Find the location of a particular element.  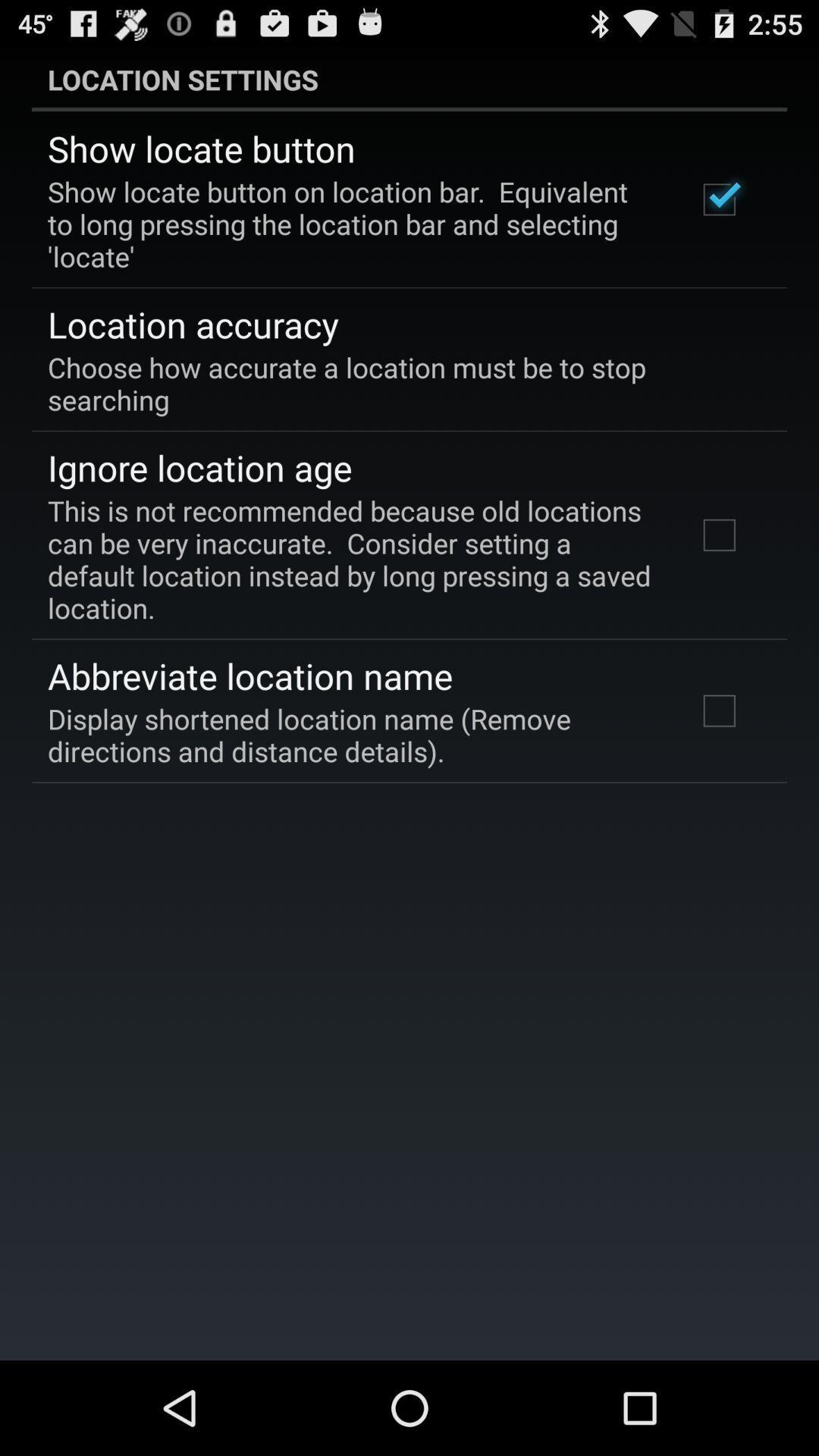

choose how accurate app is located at coordinates (398, 383).